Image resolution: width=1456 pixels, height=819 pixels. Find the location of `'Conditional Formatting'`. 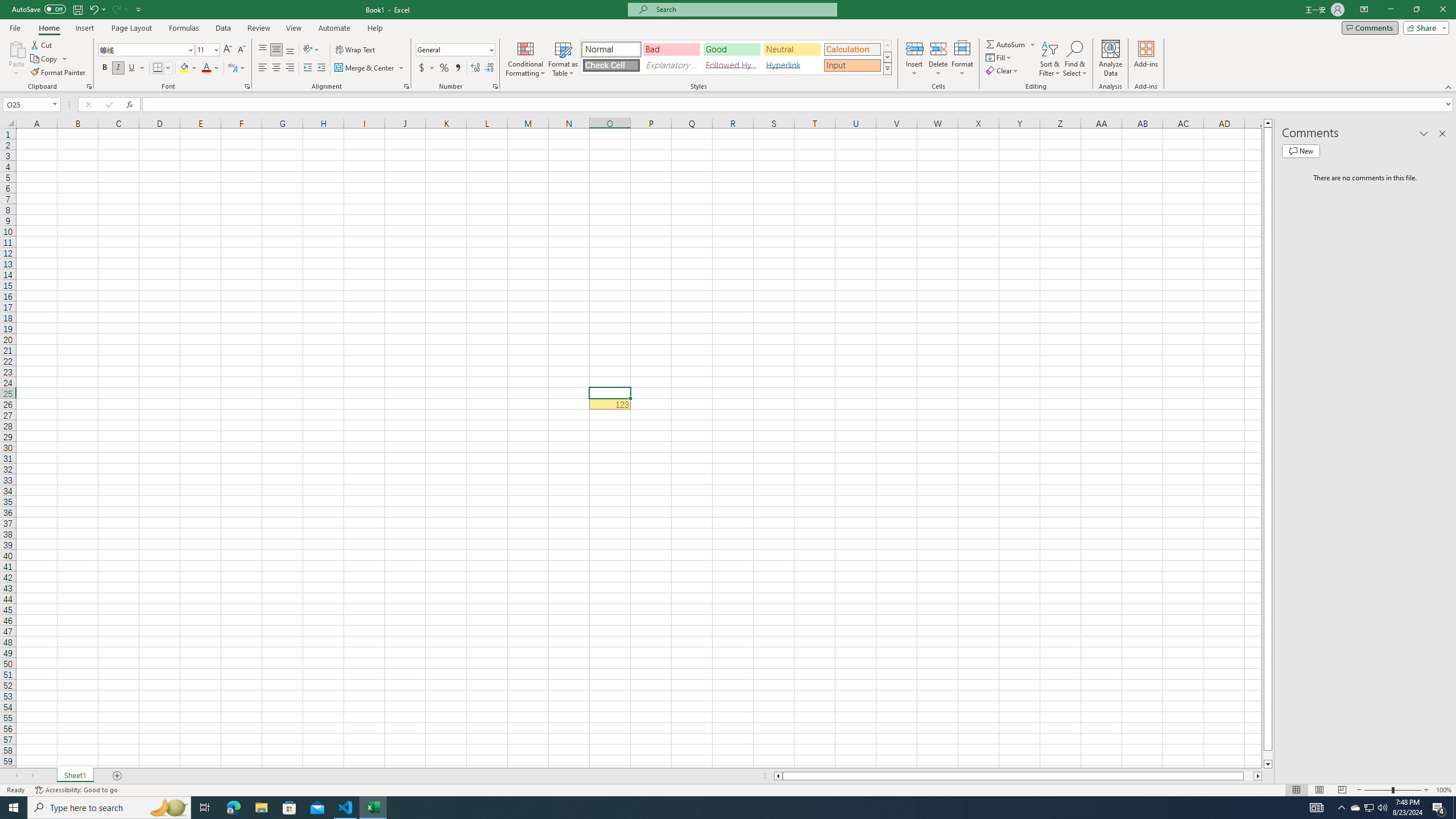

'Conditional Formatting' is located at coordinates (526, 59).